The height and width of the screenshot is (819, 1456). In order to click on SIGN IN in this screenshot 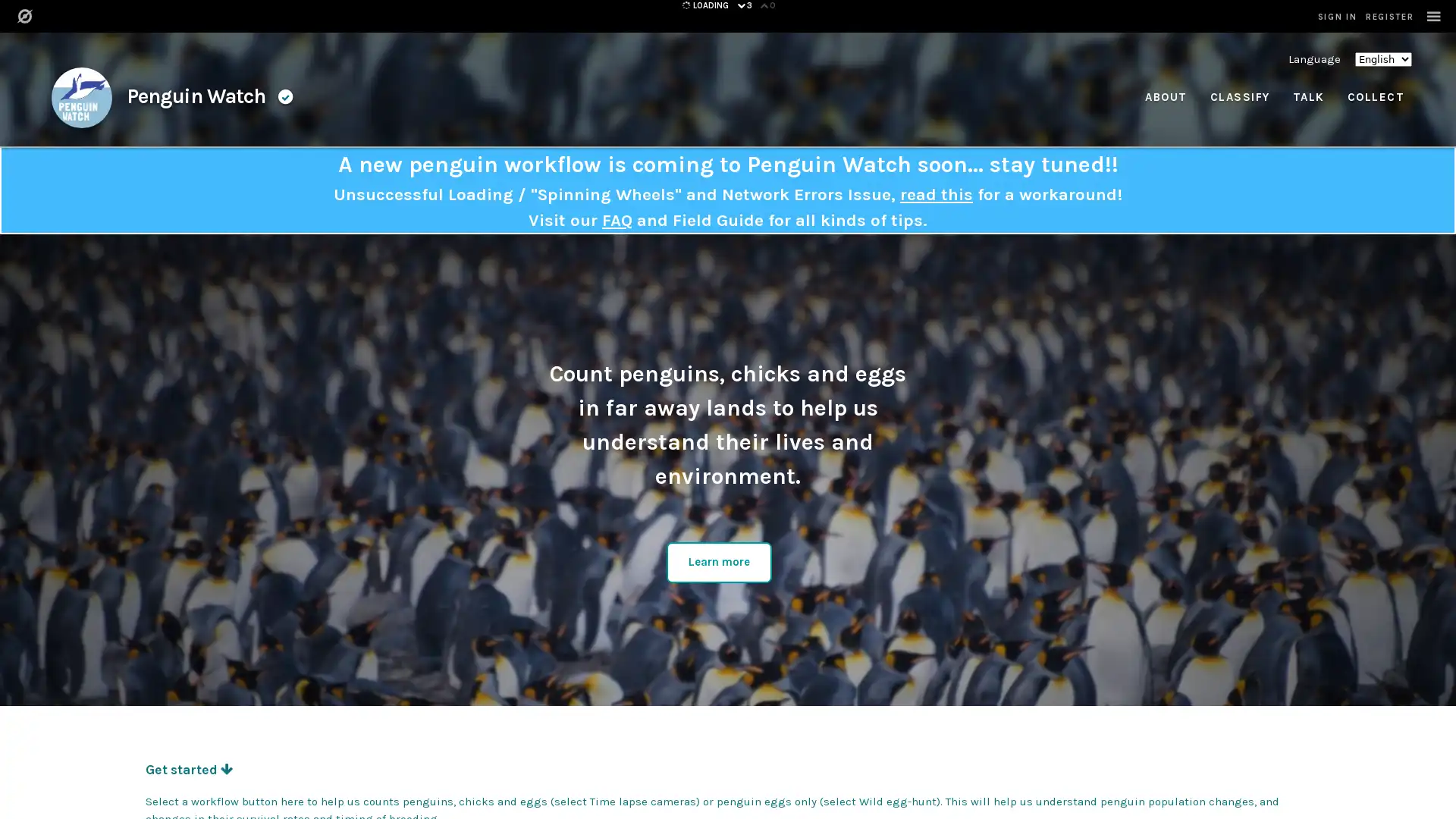, I will do `click(1362, 17)`.